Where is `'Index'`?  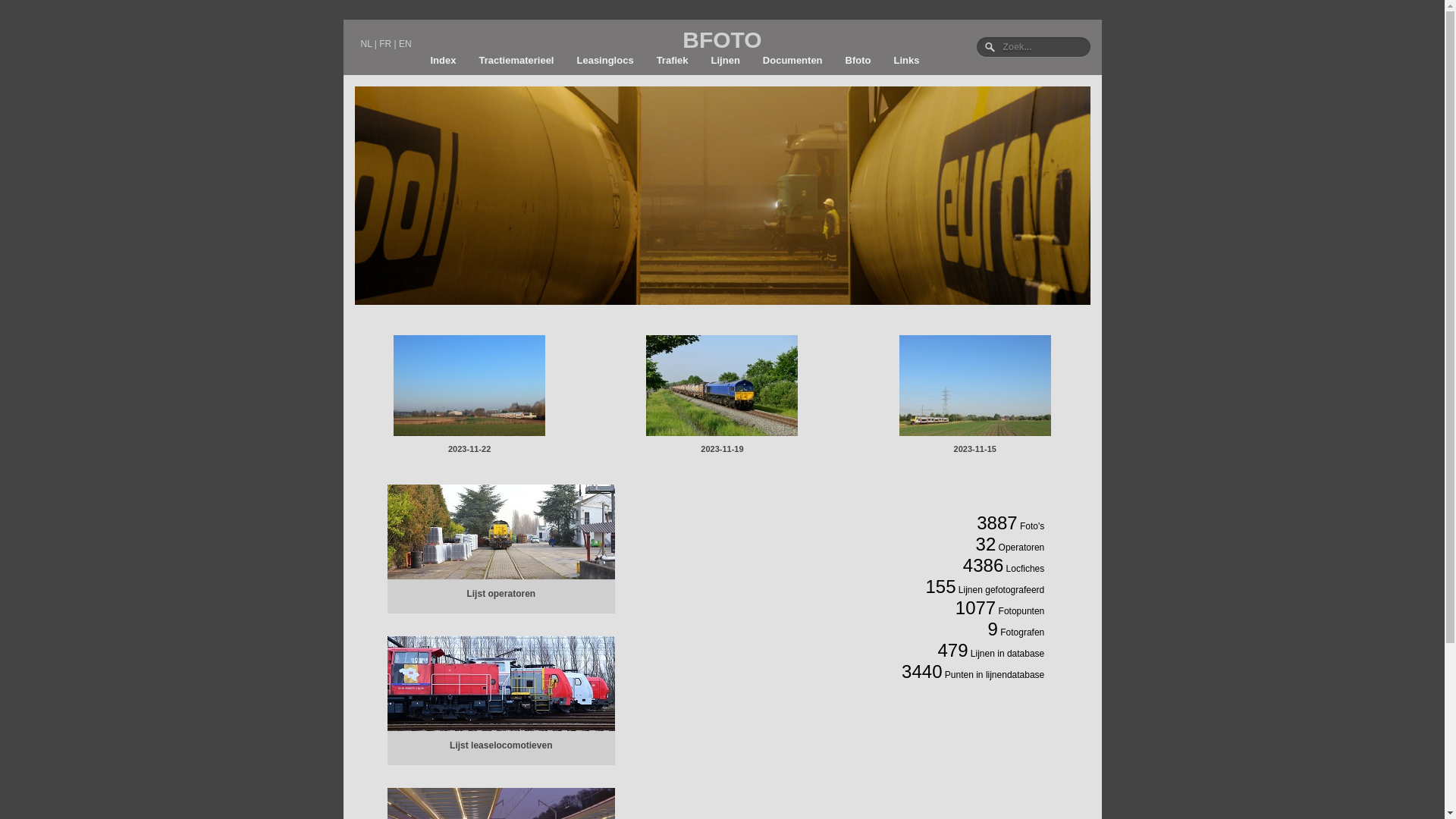
'Index' is located at coordinates (442, 59).